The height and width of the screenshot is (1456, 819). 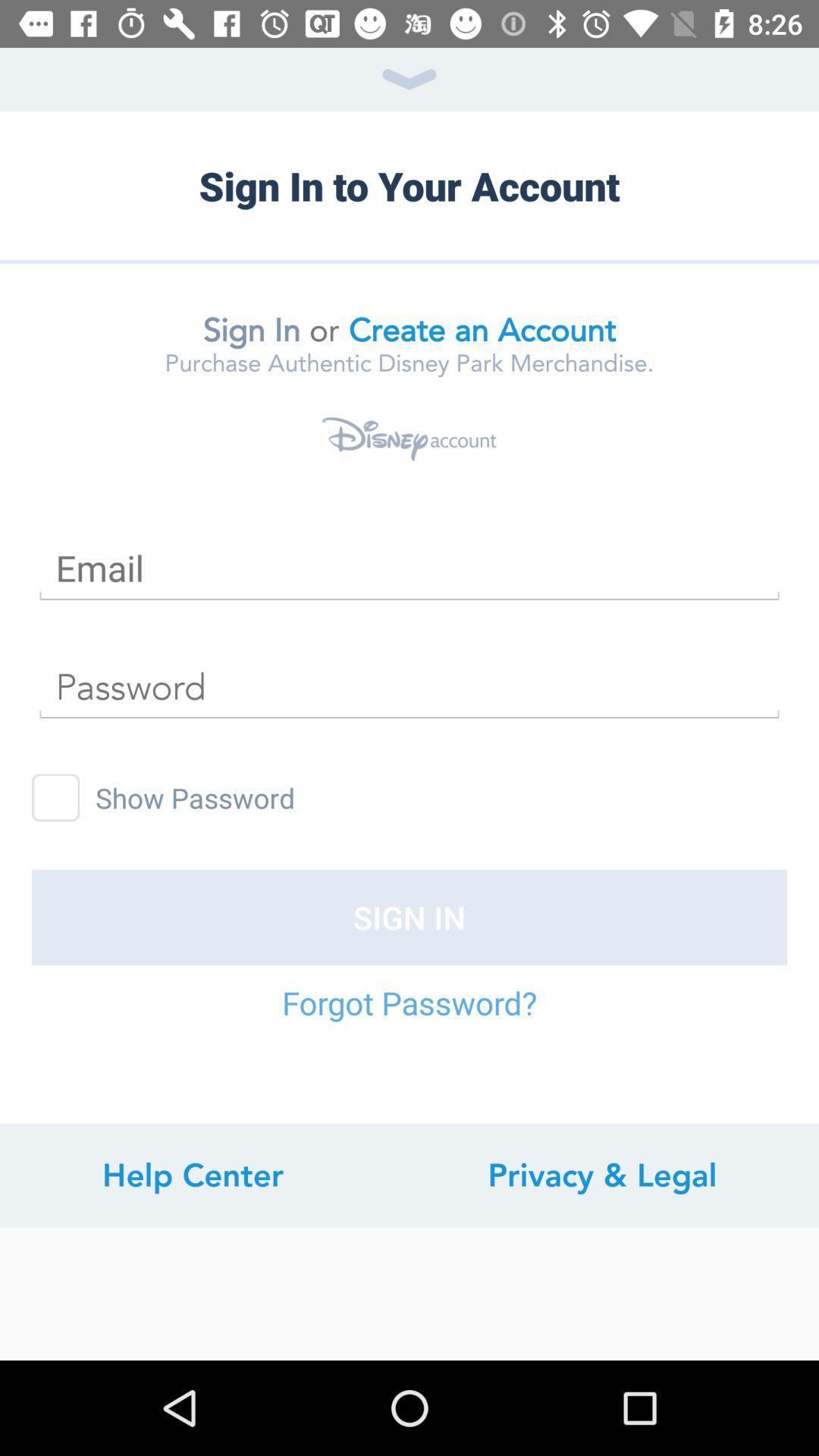 I want to click on the item next to  or  icon, so click(x=482, y=329).